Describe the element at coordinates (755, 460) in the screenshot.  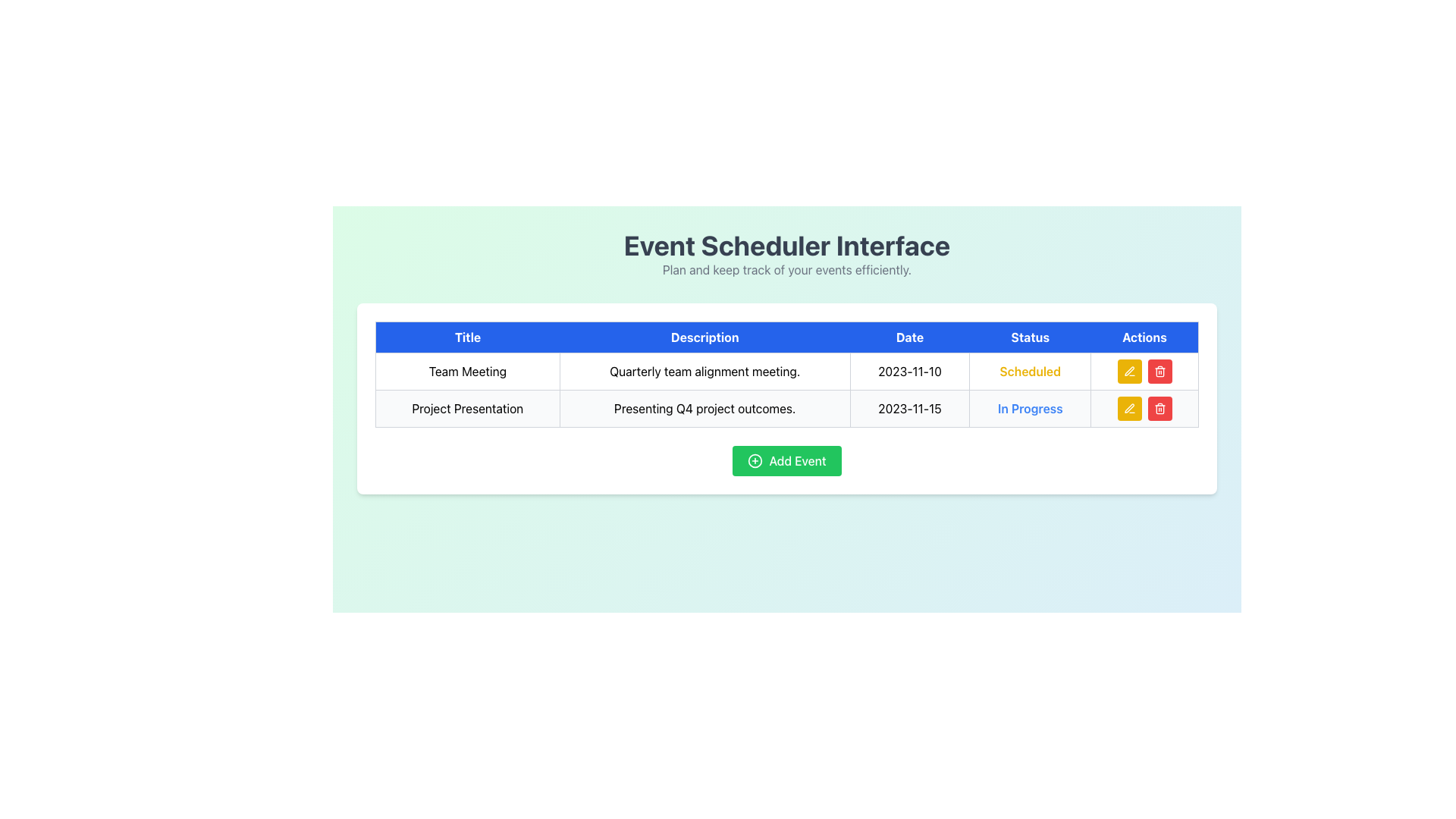
I see `the green 'Add Event' button surrounding the SVG circle element that forms the base of the plus icon positioned at the center of the button` at that location.